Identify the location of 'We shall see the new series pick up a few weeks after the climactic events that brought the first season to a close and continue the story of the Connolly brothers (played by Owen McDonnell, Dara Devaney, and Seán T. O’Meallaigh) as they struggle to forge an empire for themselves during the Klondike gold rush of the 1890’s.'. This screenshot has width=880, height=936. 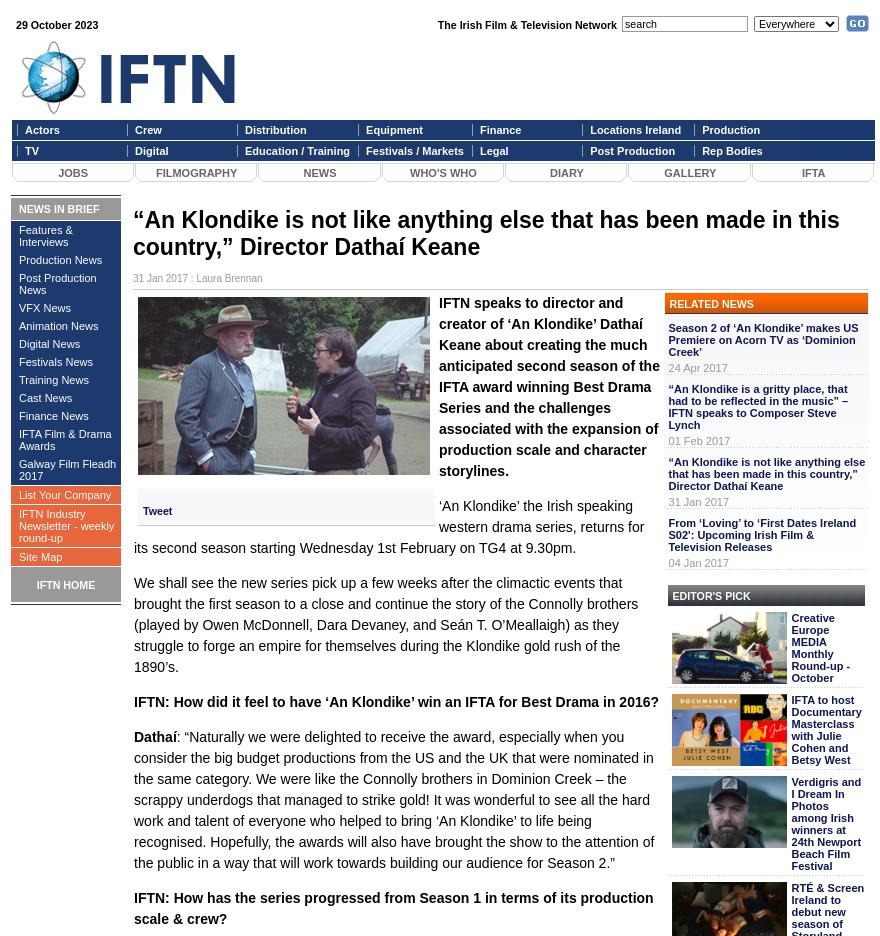
(384, 624).